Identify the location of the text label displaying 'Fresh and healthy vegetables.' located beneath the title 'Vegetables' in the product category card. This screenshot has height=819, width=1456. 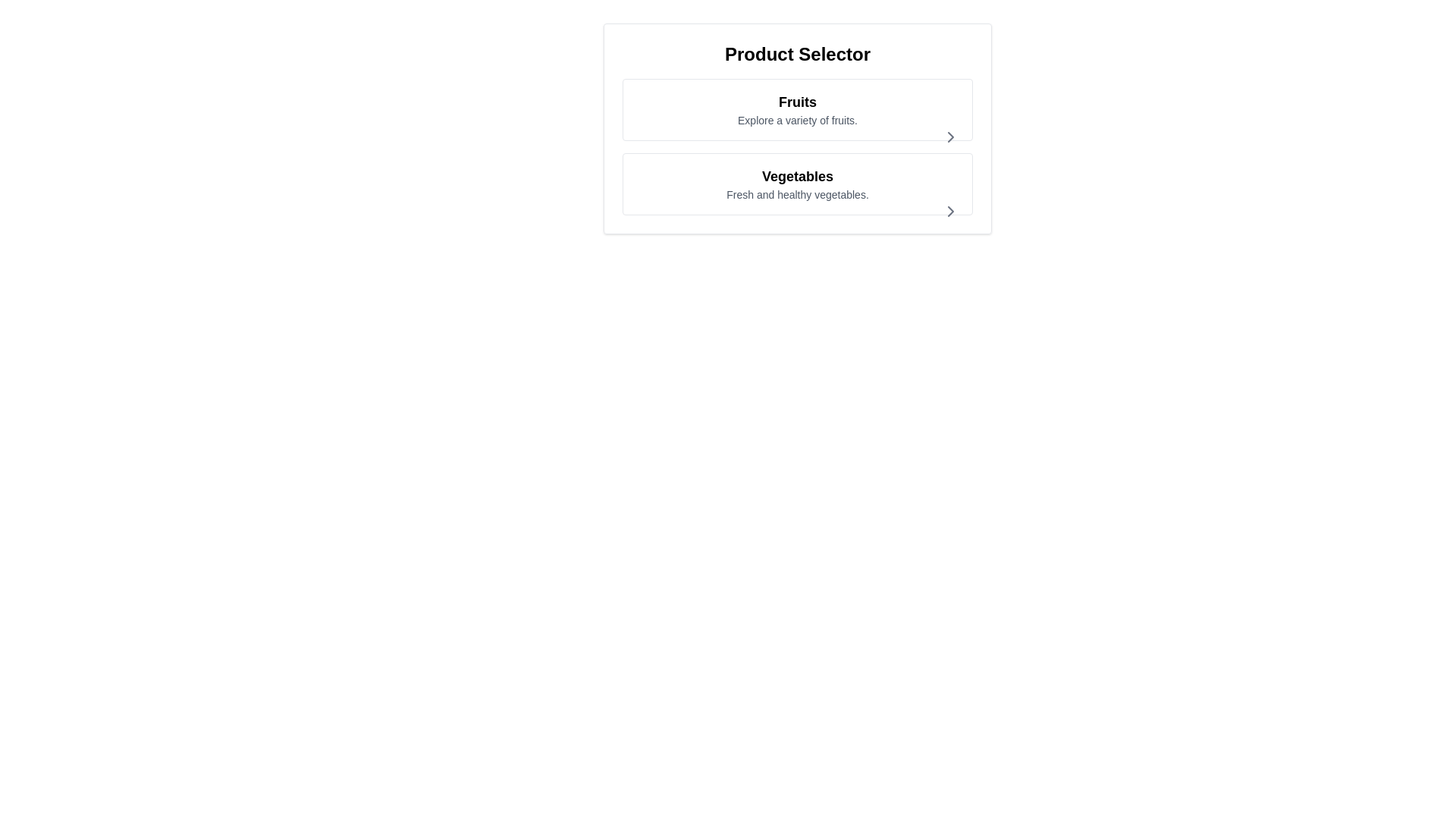
(796, 194).